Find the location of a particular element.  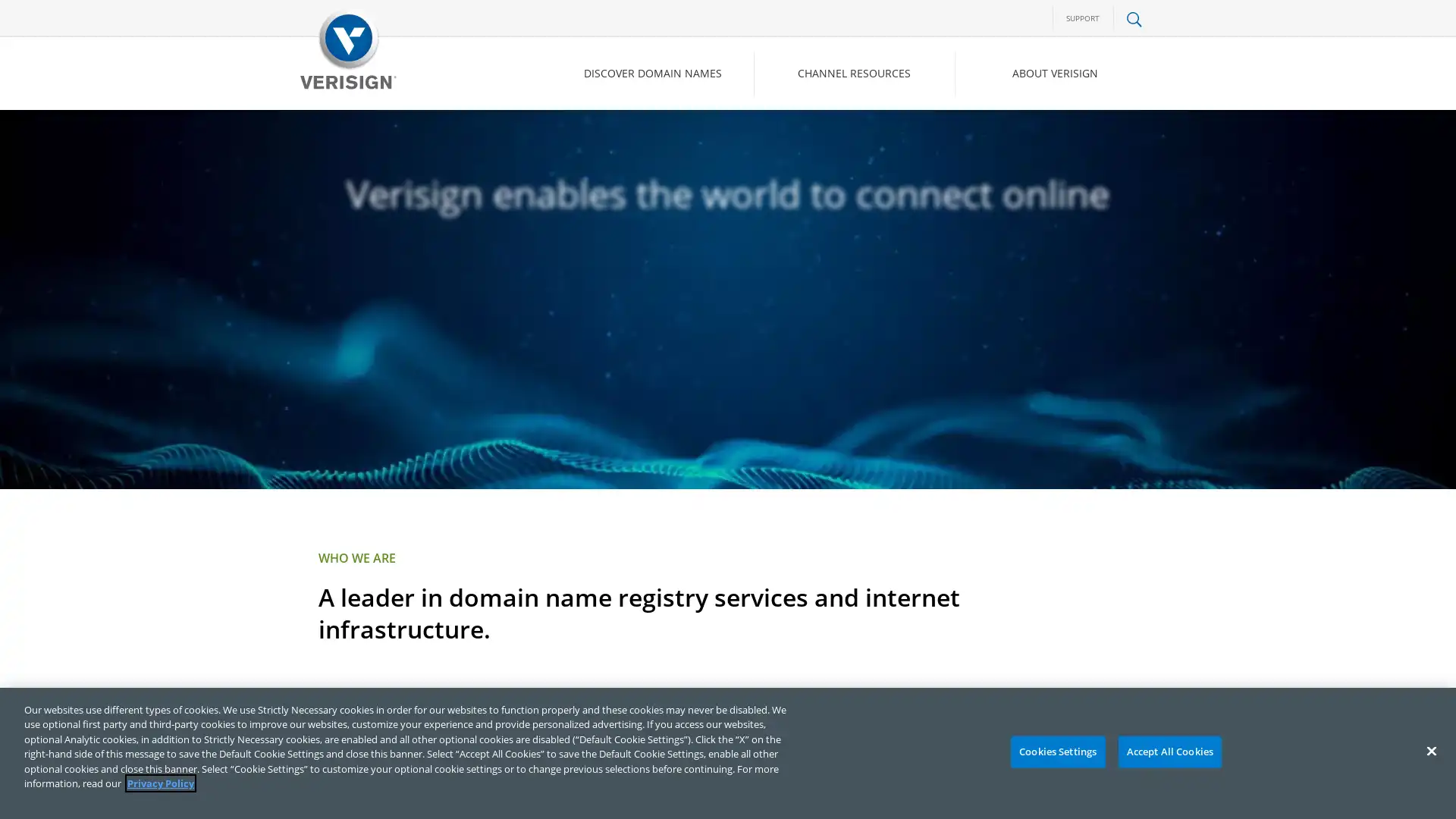

Close is located at coordinates (1430, 751).